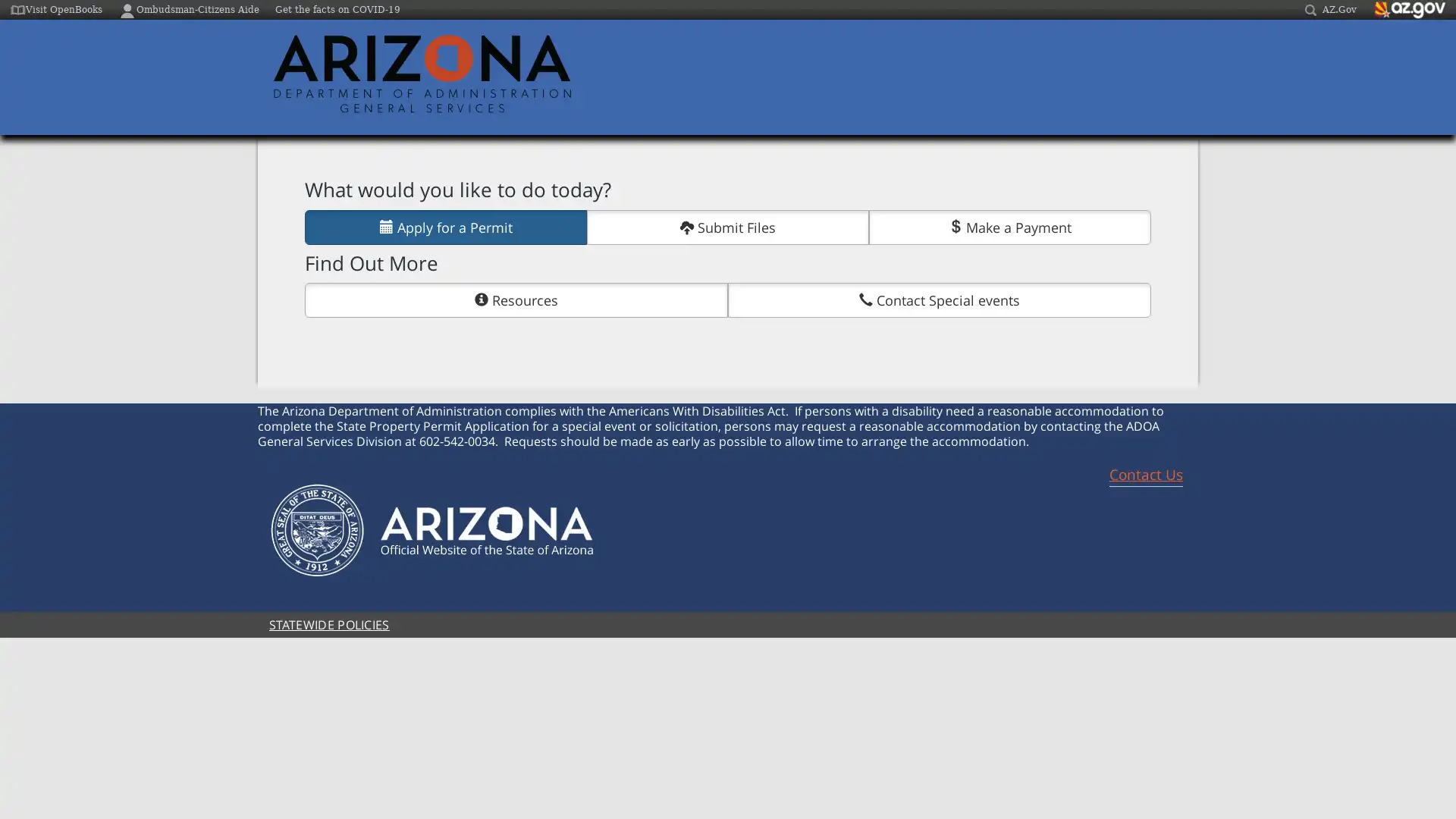  Describe the element at coordinates (1010, 227) in the screenshot. I see `Make a Payment` at that location.